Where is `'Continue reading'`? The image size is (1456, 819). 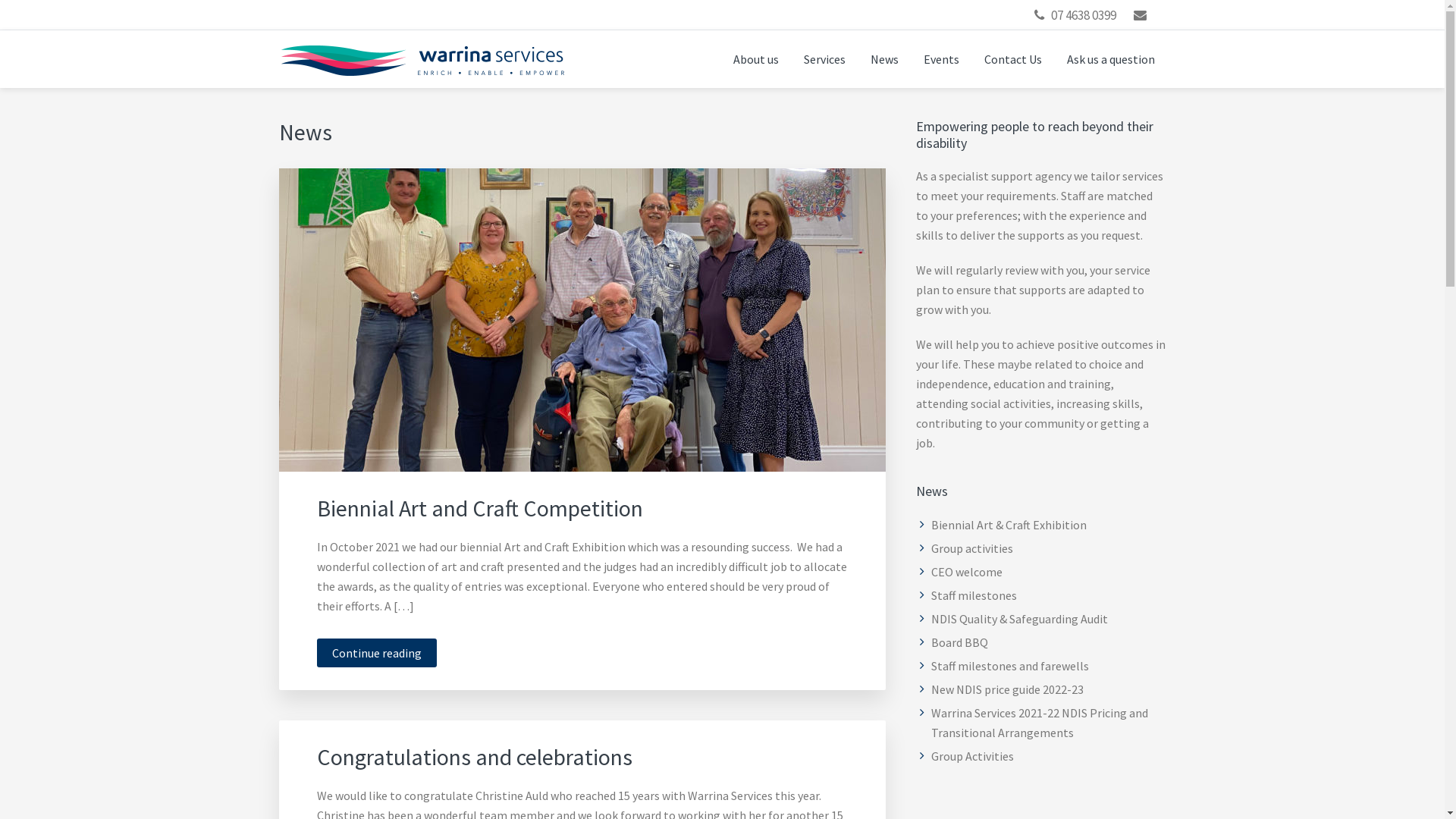 'Continue reading' is located at coordinates (377, 651).